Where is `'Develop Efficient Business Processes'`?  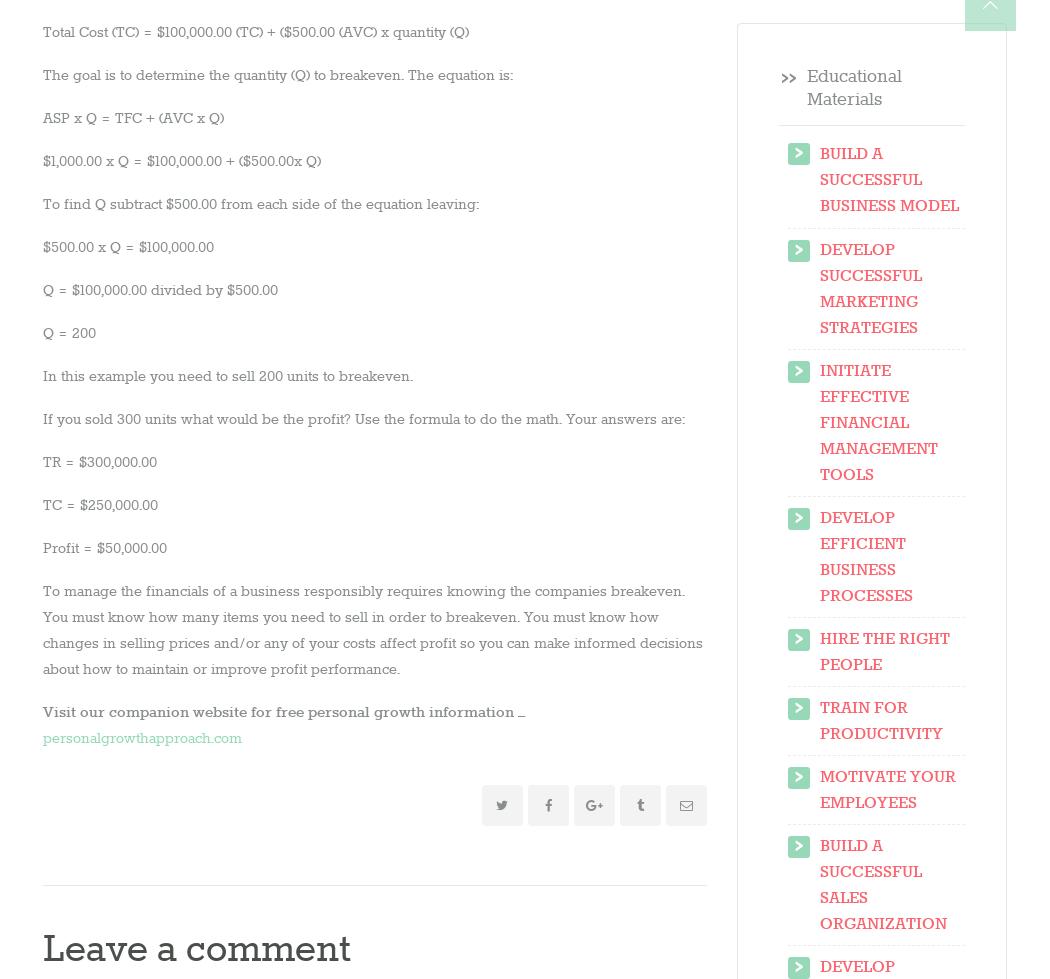
'Develop Efficient Business Processes' is located at coordinates (818, 555).